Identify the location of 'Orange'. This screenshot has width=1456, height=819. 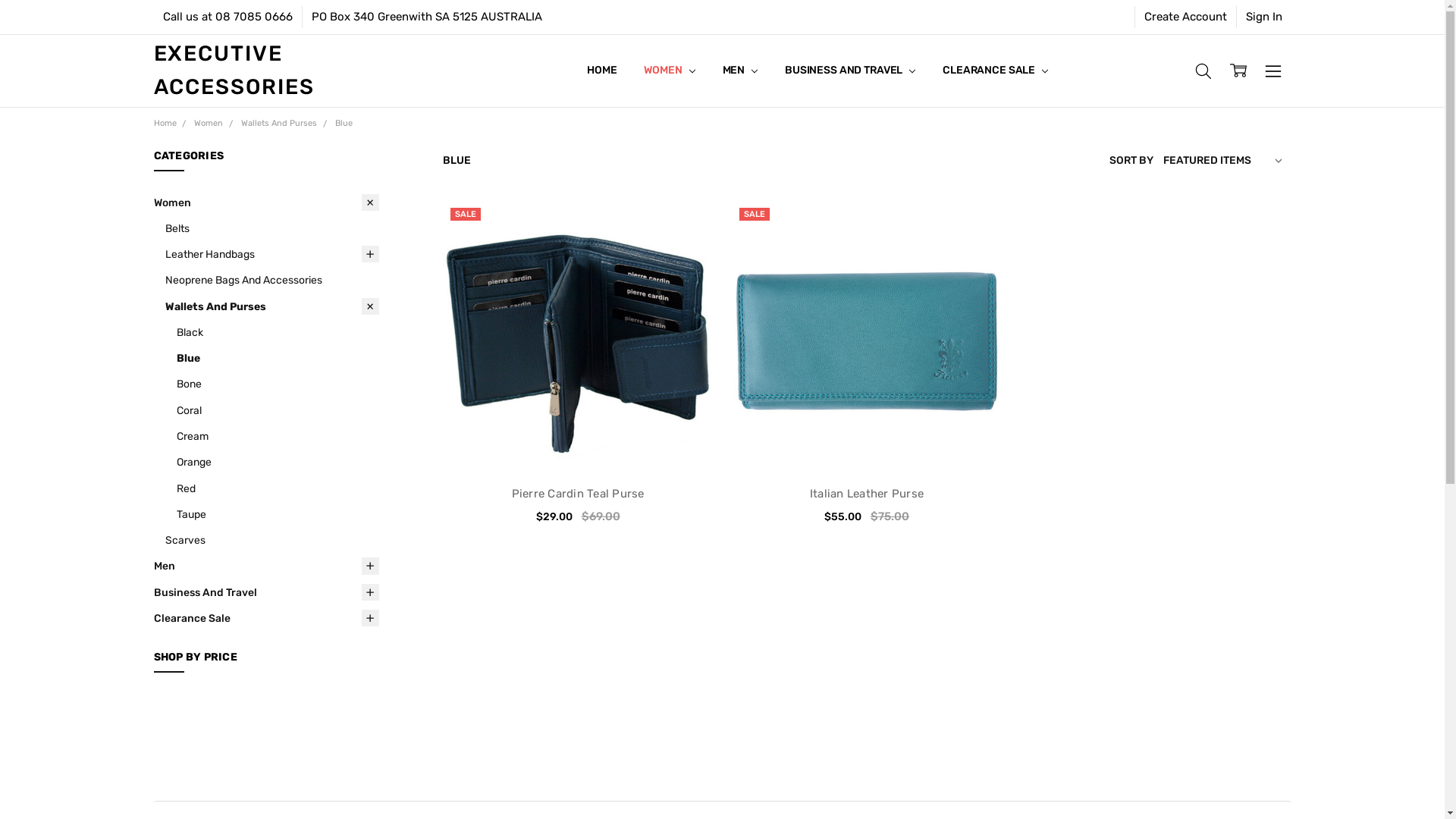
(277, 461).